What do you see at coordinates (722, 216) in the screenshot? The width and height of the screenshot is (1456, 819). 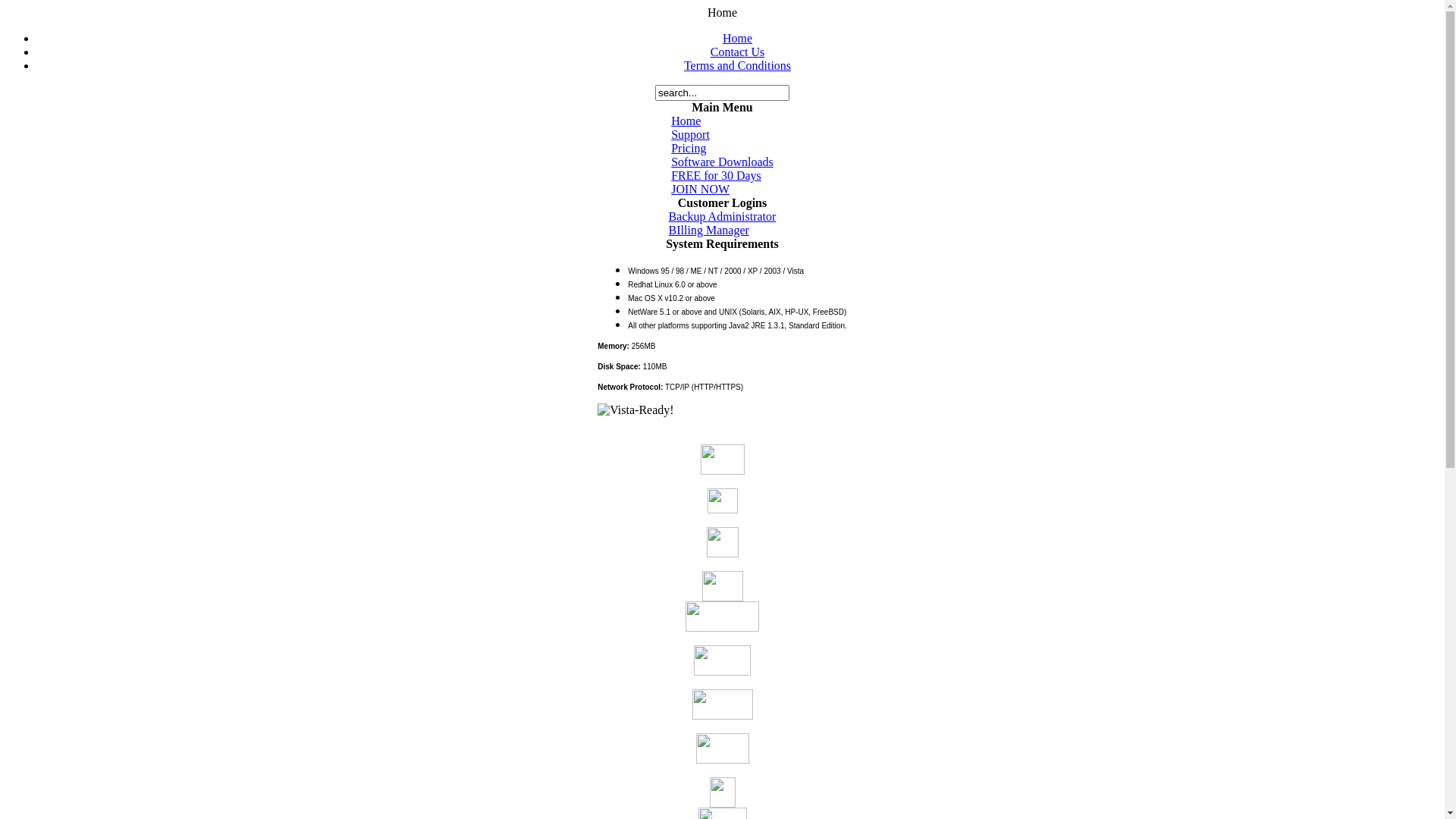 I see `'Backup Administrator'` at bounding box center [722, 216].